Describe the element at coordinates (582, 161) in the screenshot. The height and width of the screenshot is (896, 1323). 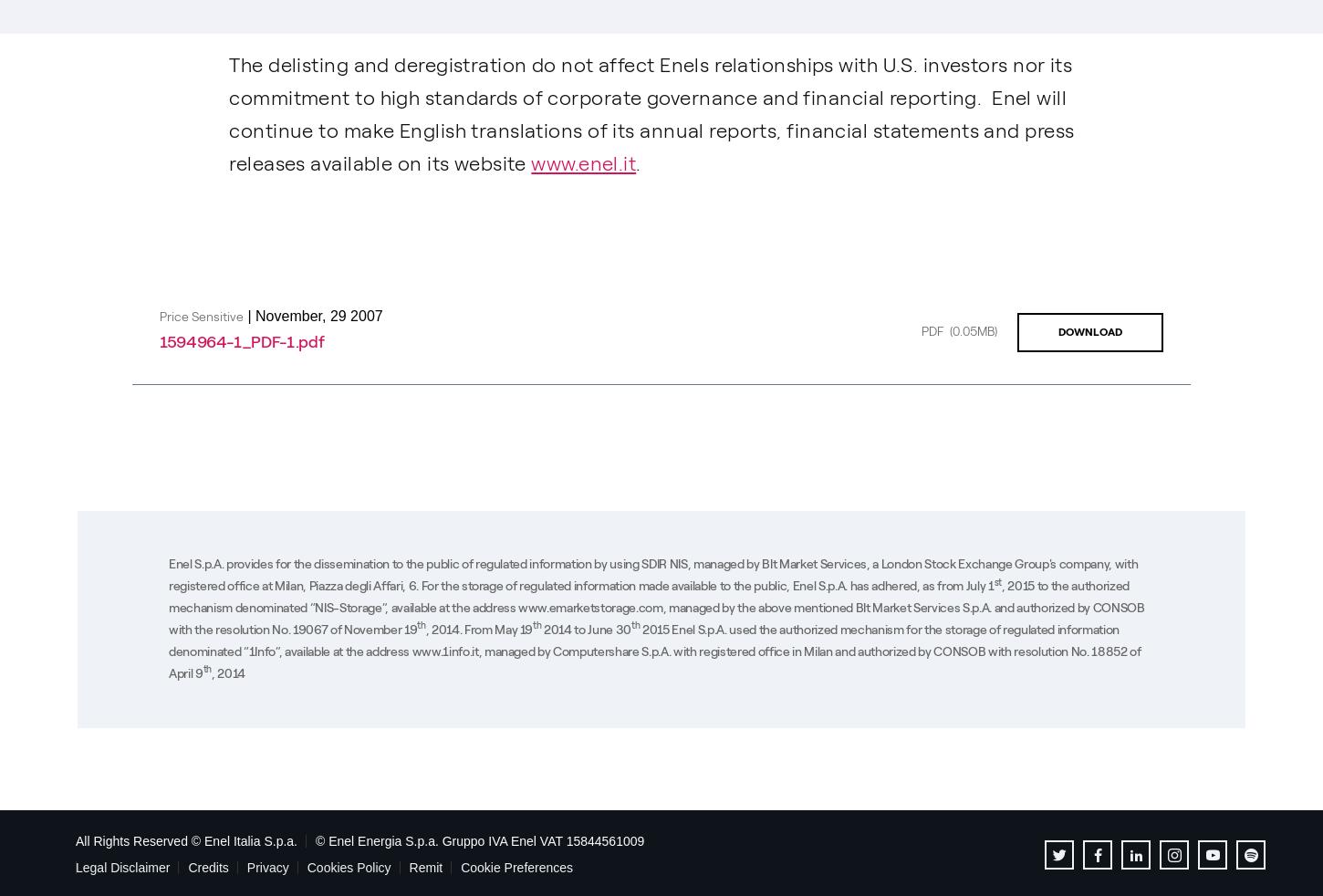
I see `'www.enel.it'` at that location.